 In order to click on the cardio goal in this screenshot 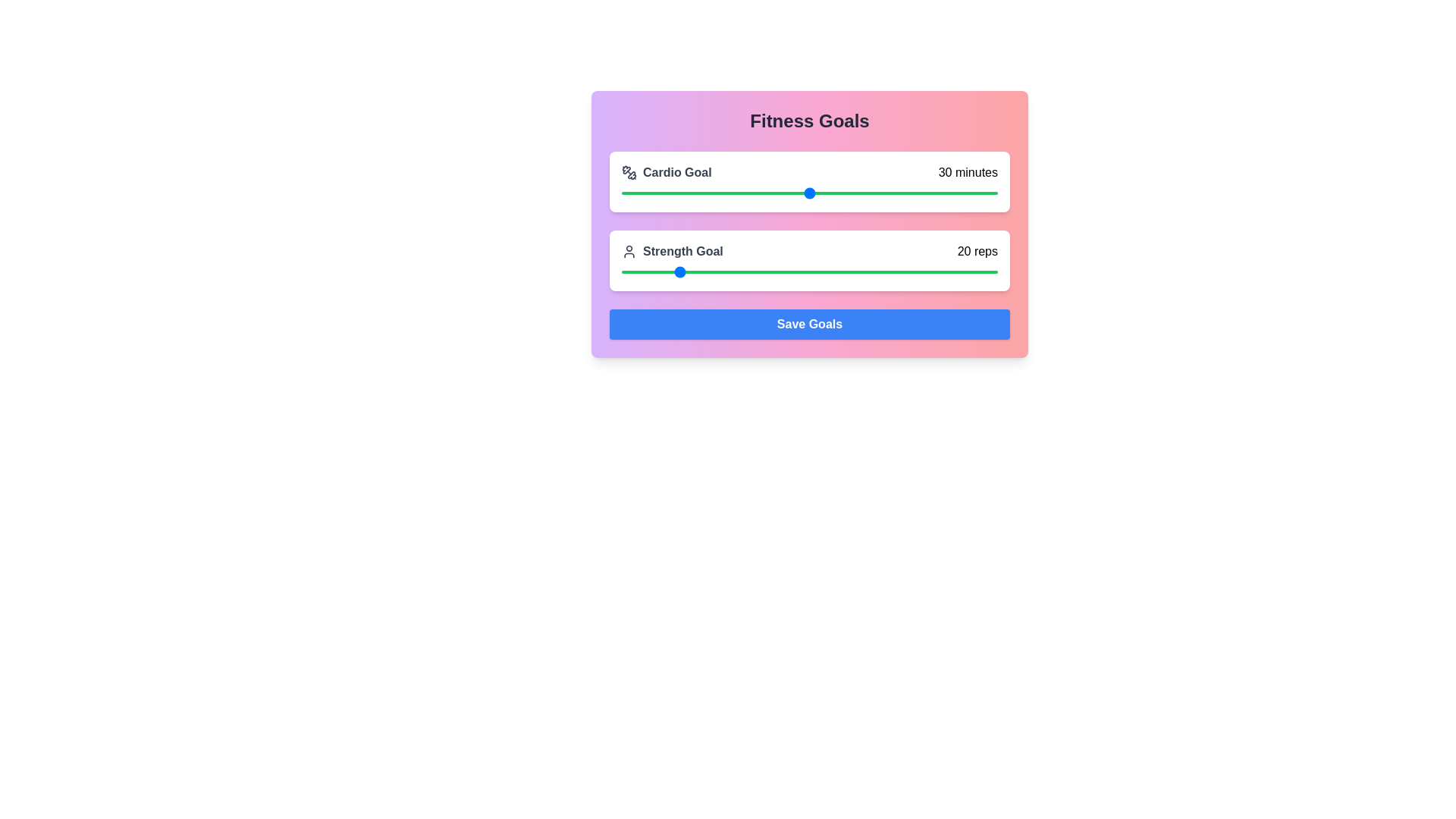, I will do `click(946, 192)`.